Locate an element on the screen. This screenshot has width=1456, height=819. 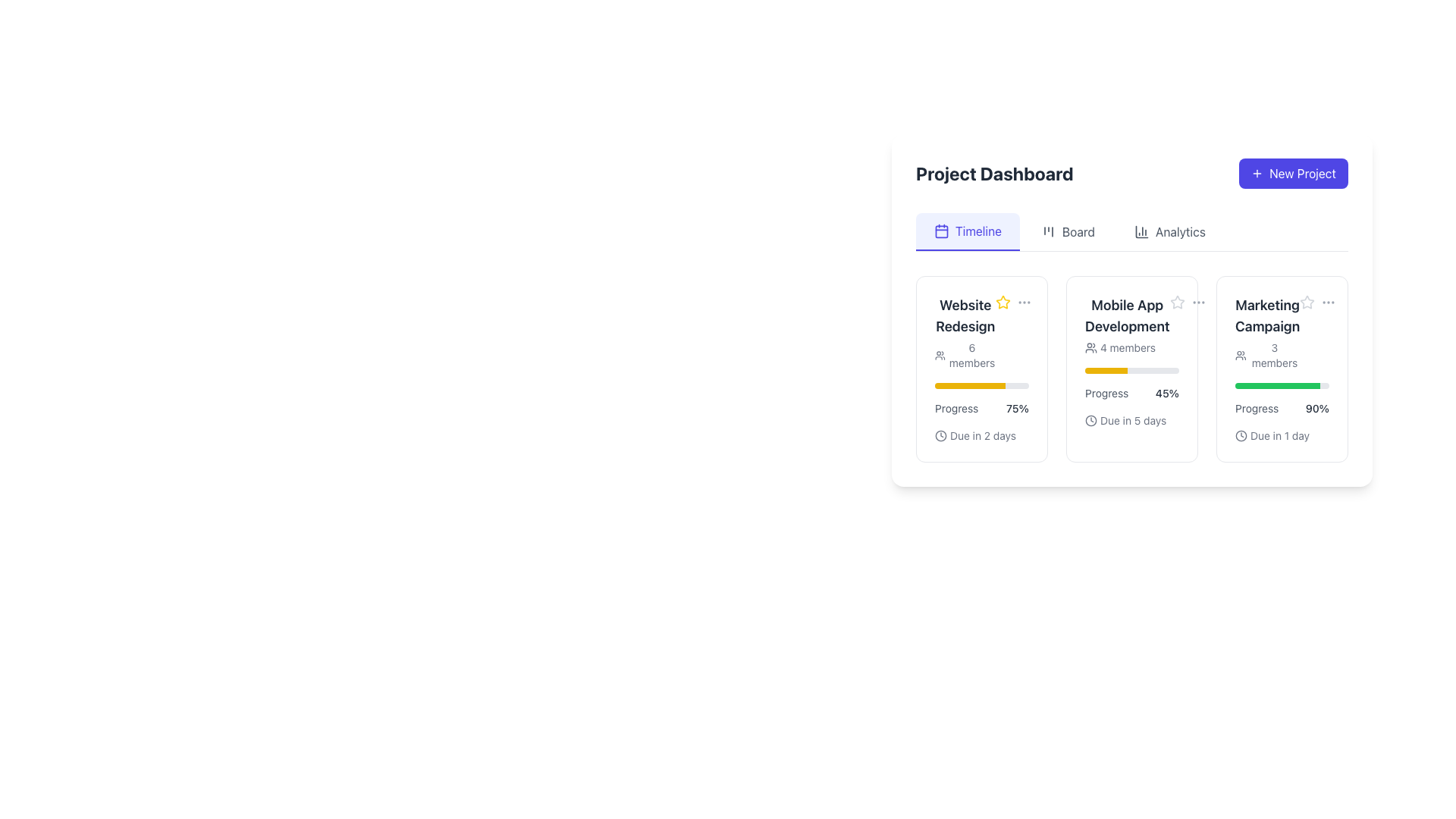
the outlined star icon indicating a non-selected state for the rating system located is located at coordinates (1176, 302).